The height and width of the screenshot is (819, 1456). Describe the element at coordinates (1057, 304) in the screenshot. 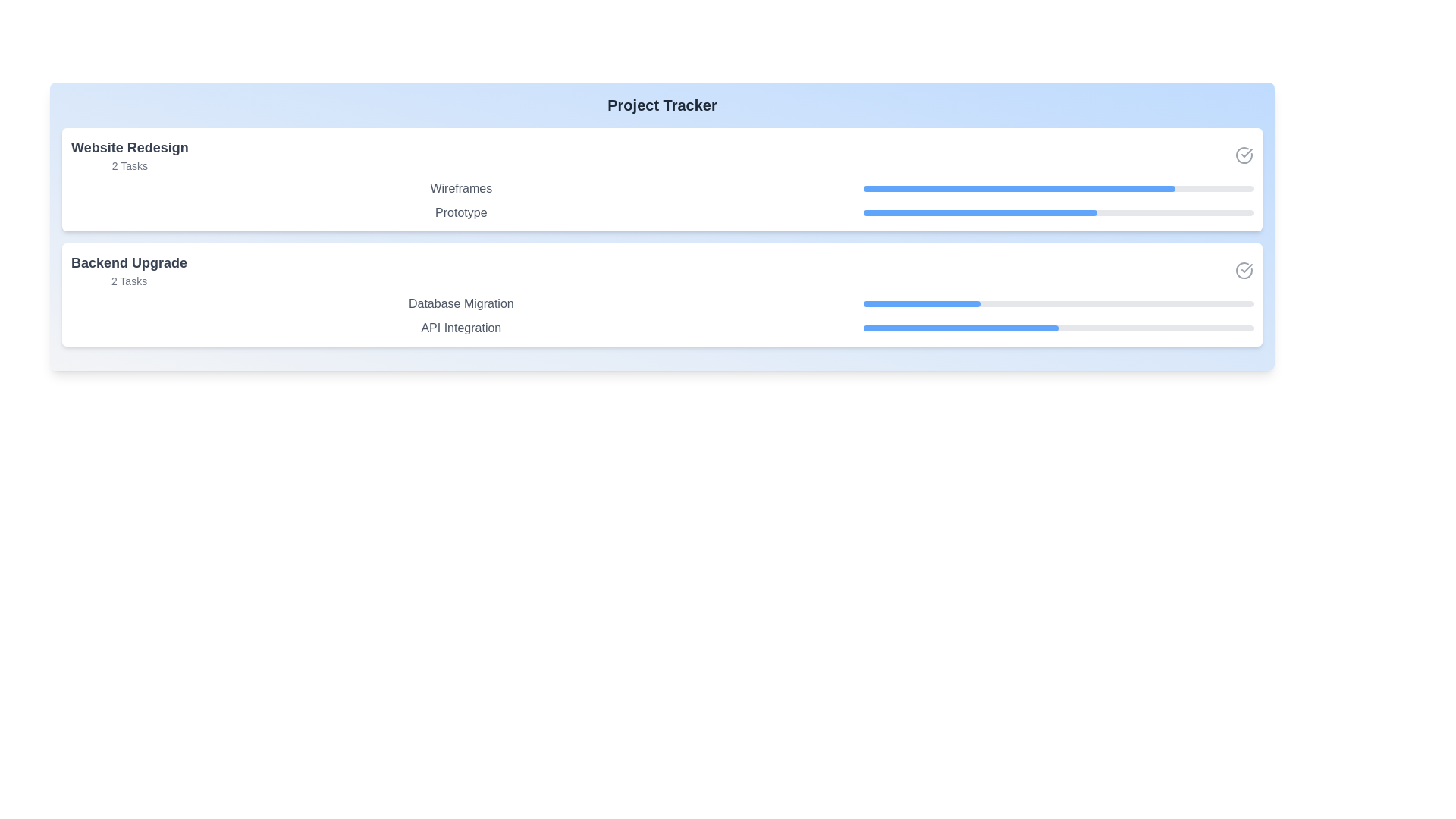

I see `the horizontal progress bar with a light gray background and a blue-filled section, located in the 'Backend Upgrade' group, adjacent to 'Database Migration'` at that location.